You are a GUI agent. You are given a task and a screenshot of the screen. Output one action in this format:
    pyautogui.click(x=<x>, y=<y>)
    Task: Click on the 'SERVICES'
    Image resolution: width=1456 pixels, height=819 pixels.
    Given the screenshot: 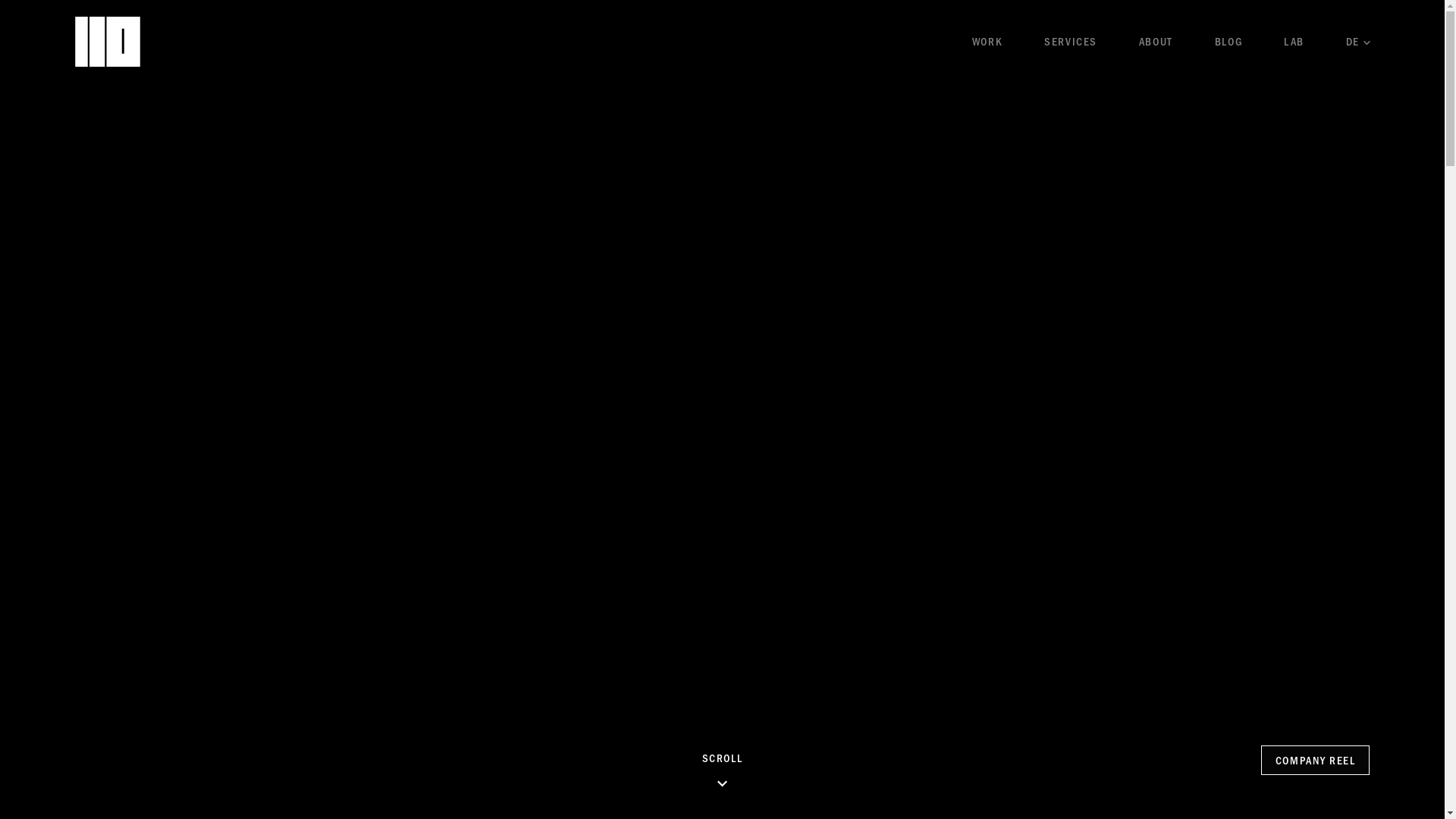 What is the action you would take?
    pyautogui.click(x=1043, y=40)
    